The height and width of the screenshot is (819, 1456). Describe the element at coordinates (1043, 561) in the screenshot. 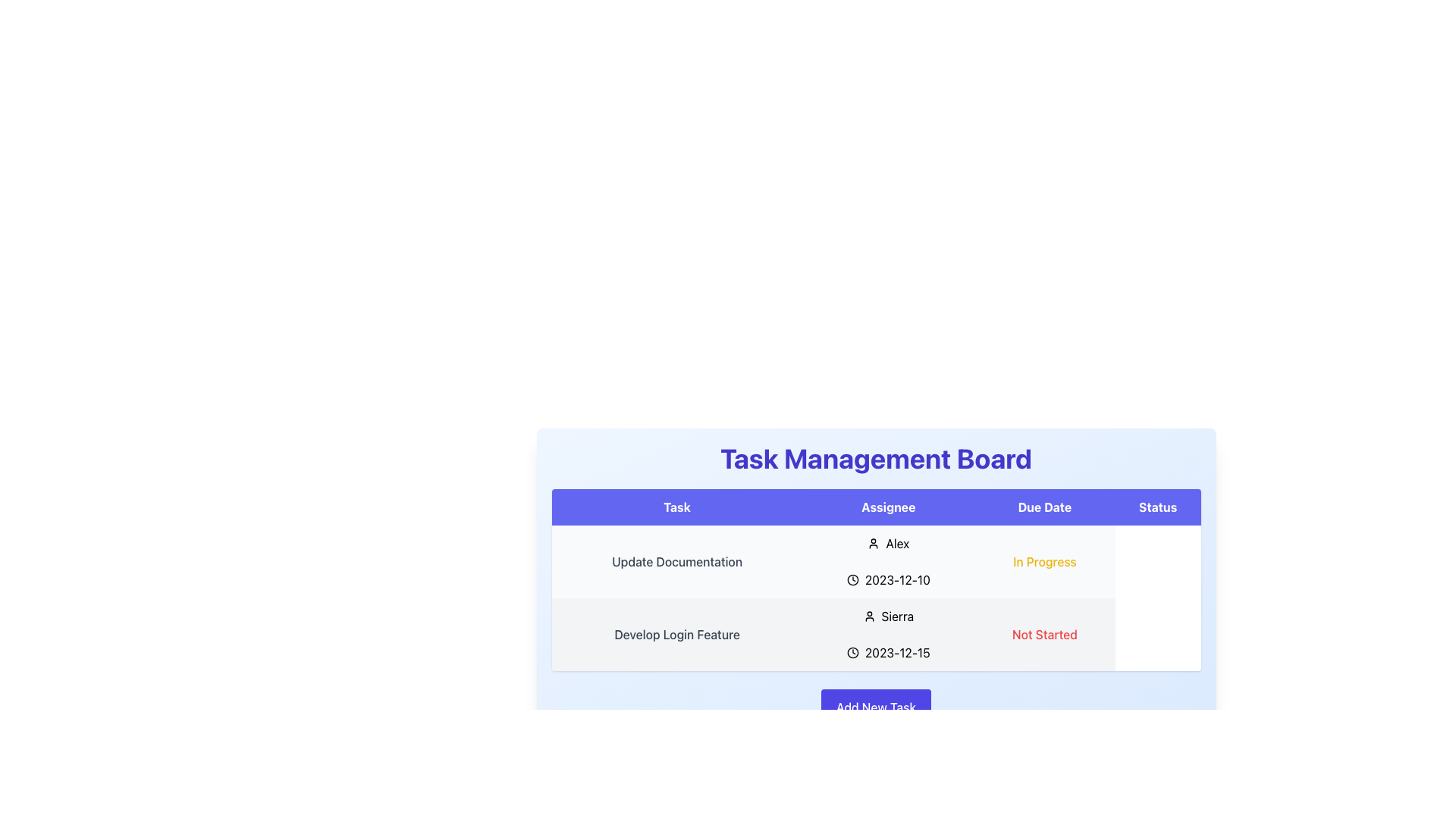

I see `the yellow-colored text label stating 'In Progress' located in the 'Status' column of the task management table for the task 'Update Documentation'` at that location.